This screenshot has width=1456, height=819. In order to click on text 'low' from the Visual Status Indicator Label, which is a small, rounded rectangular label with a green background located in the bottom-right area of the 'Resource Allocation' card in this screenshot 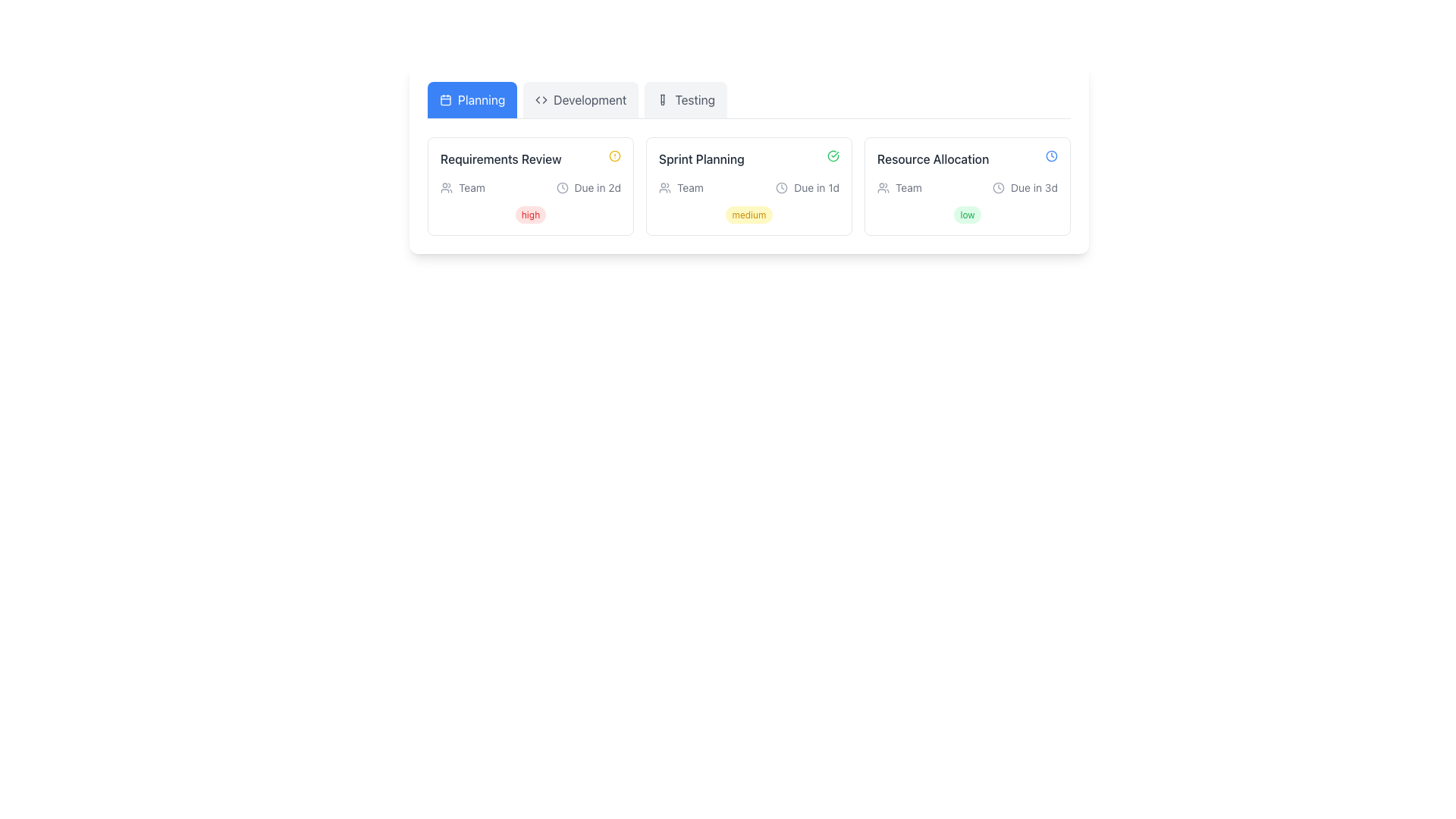, I will do `click(967, 215)`.